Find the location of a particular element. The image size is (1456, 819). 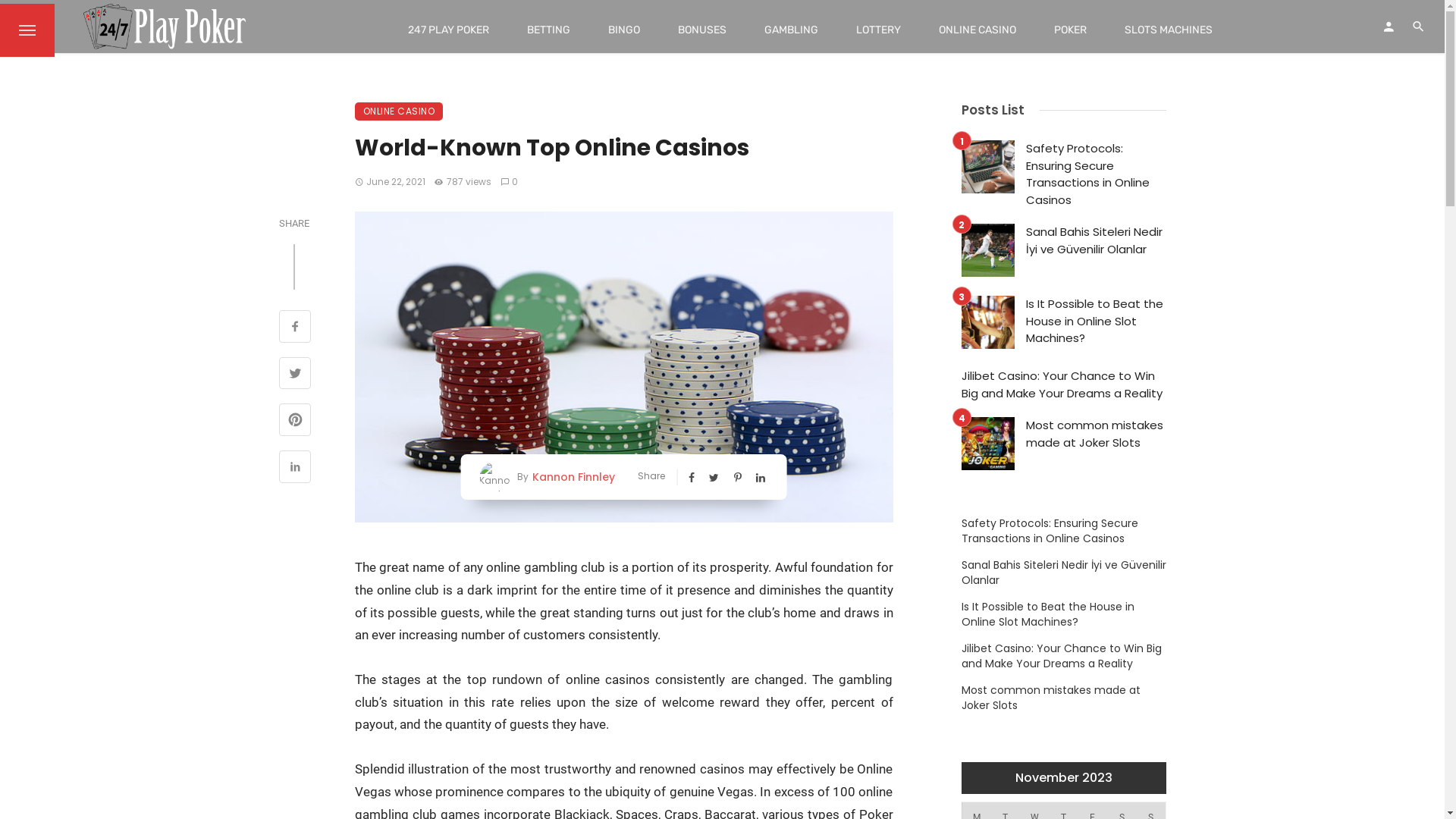

'GAMBLING' is located at coordinates (790, 30).